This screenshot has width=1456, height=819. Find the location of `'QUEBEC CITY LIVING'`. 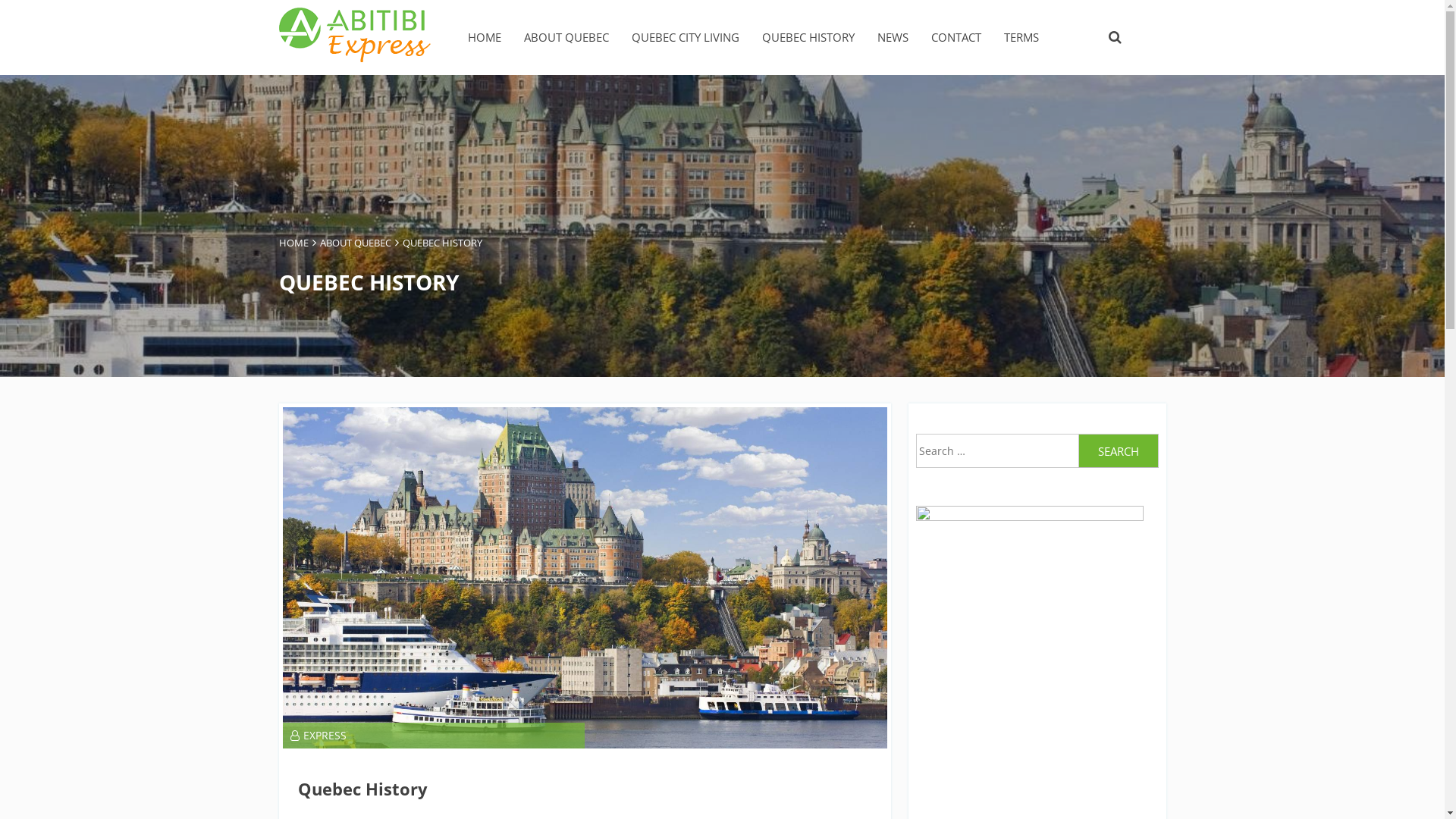

'QUEBEC CITY LIVING' is located at coordinates (683, 36).